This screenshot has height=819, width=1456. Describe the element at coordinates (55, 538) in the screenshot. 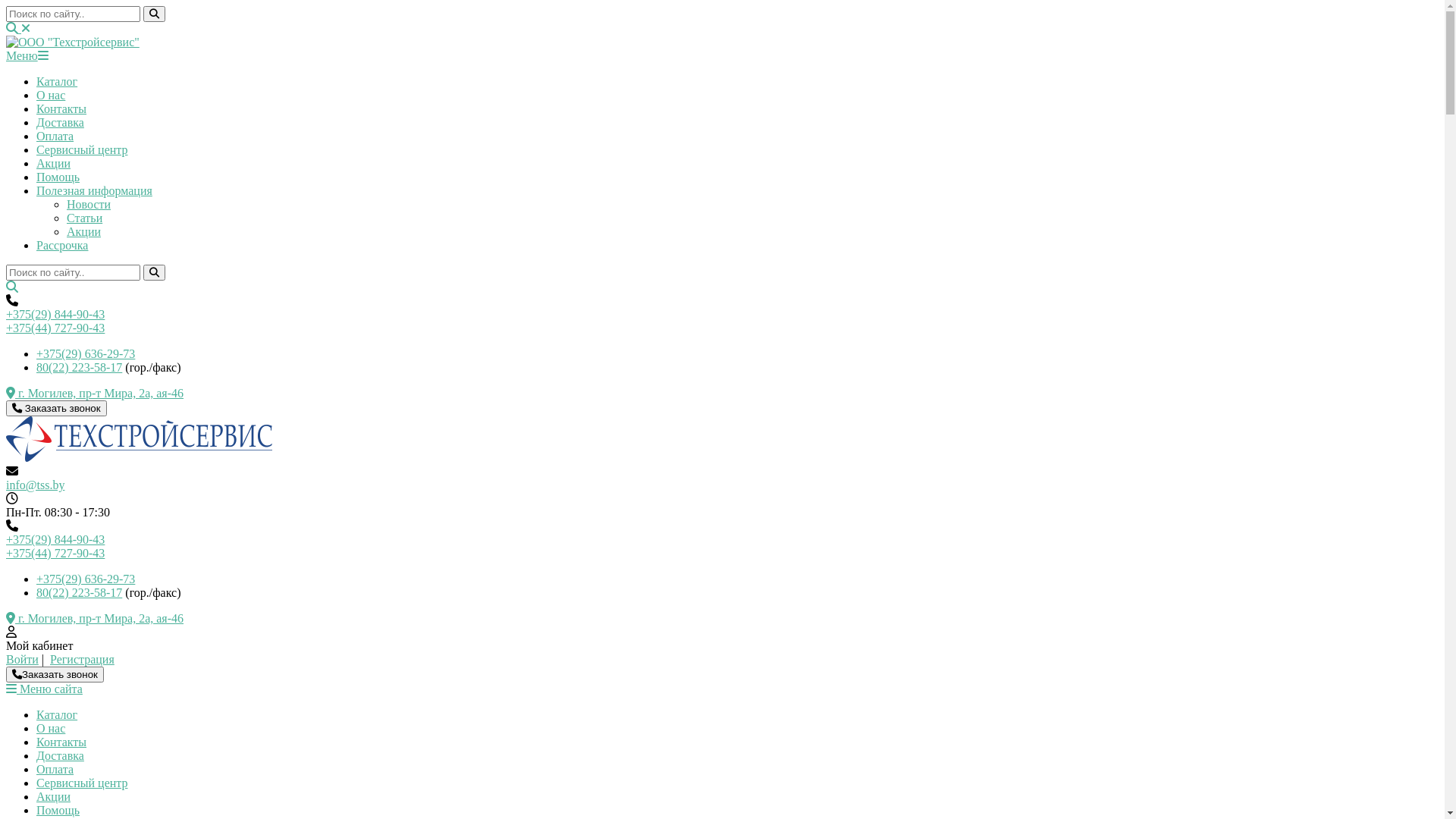

I see `'+375(29) 844-90-43'` at that location.